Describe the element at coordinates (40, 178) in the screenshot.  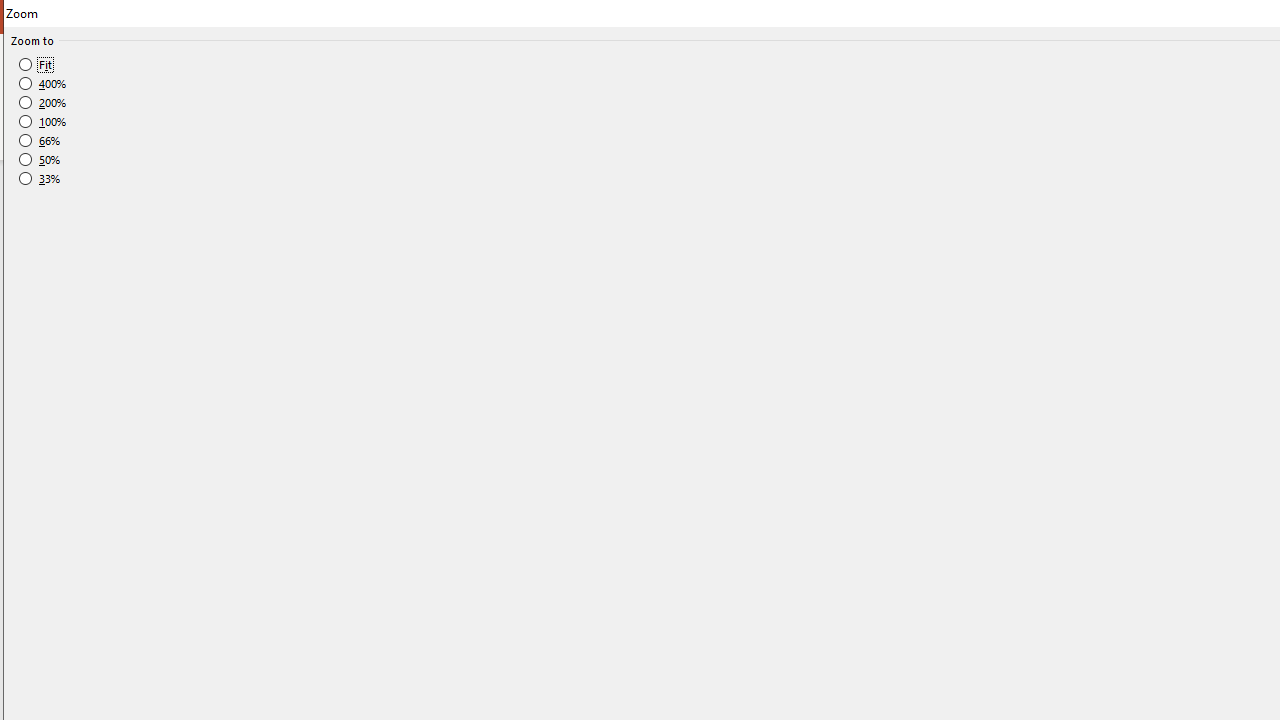
I see `'33%'` at that location.